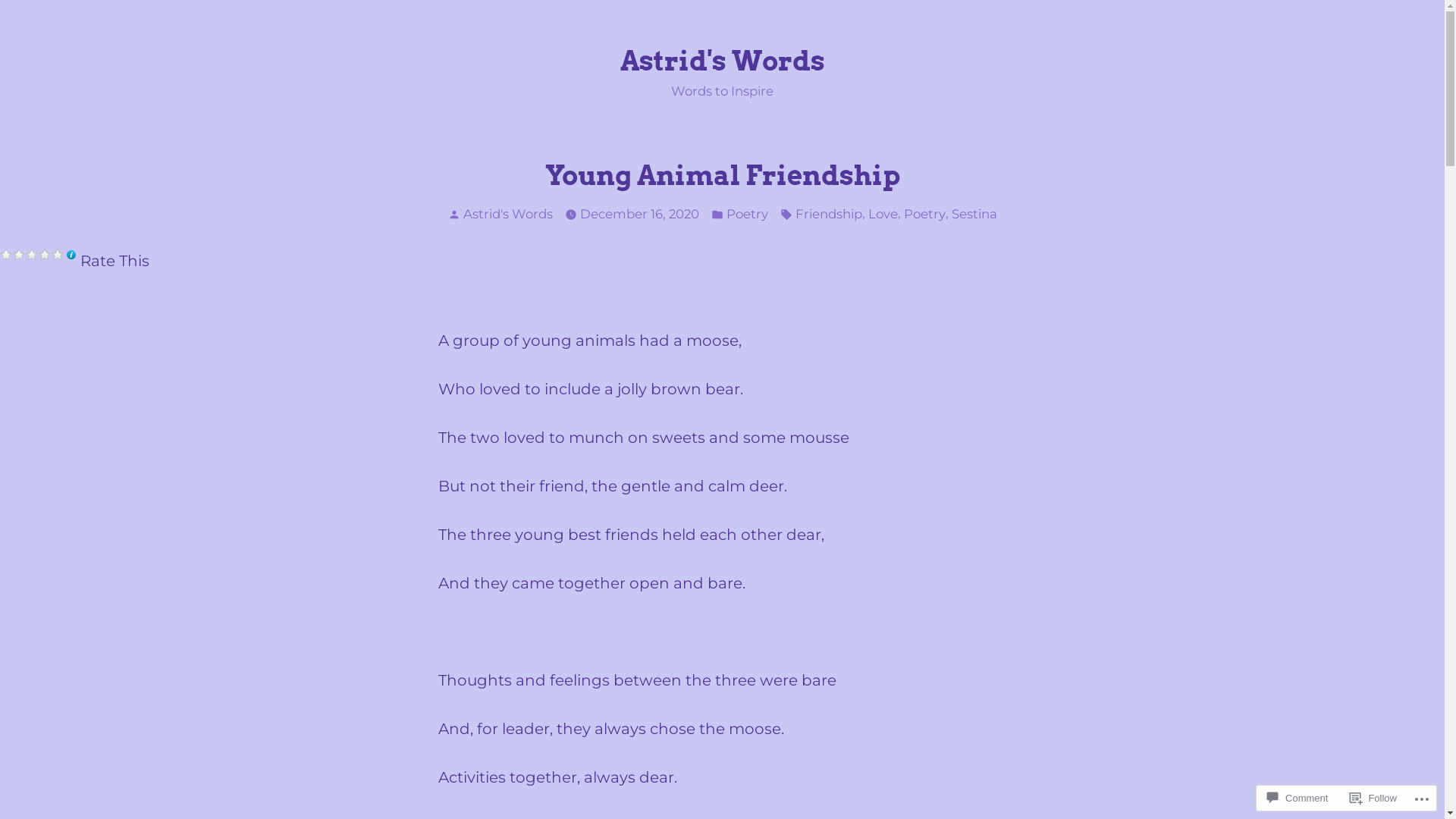  I want to click on 'Poetry', so click(726, 214).